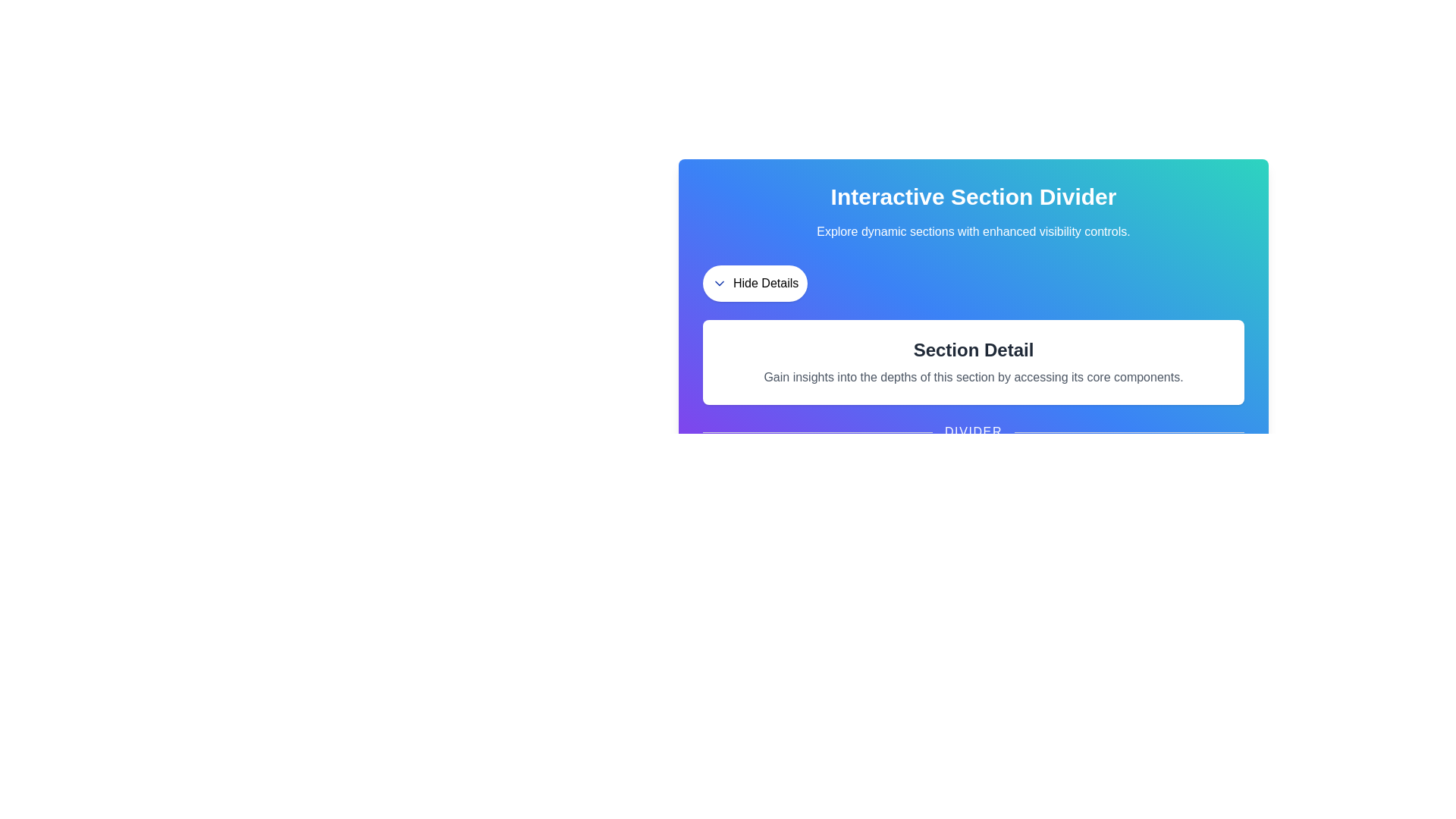 The width and height of the screenshot is (1456, 819). I want to click on informational text block titled 'Section Detail' which provides insights into the section's core components, so click(973, 362).